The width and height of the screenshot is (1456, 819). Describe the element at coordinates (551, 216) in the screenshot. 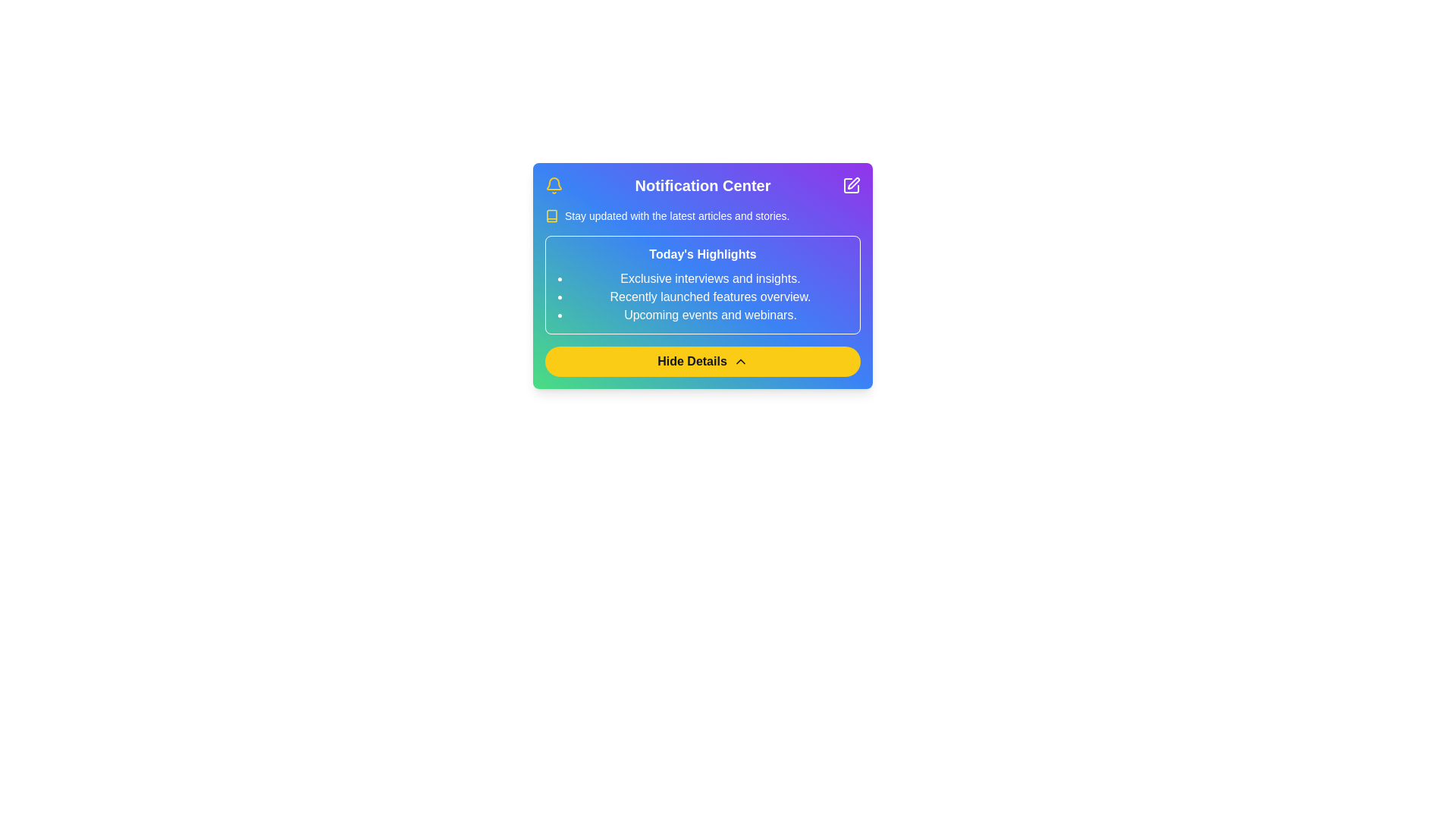

I see `the book icon with a yellow stroke located at the top left corner of the notification panel` at that location.